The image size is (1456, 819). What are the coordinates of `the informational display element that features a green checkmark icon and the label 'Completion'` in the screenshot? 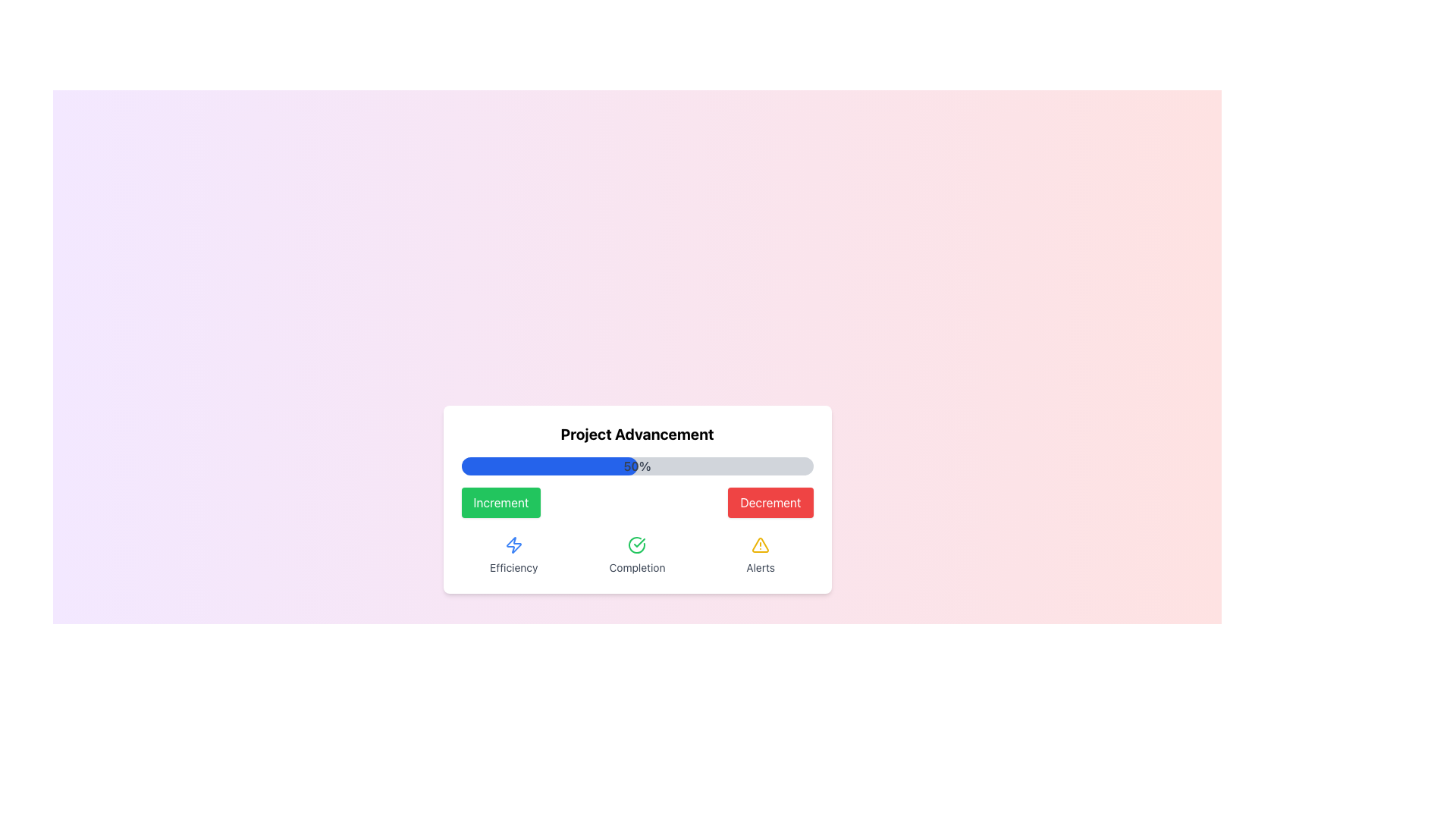 It's located at (637, 555).